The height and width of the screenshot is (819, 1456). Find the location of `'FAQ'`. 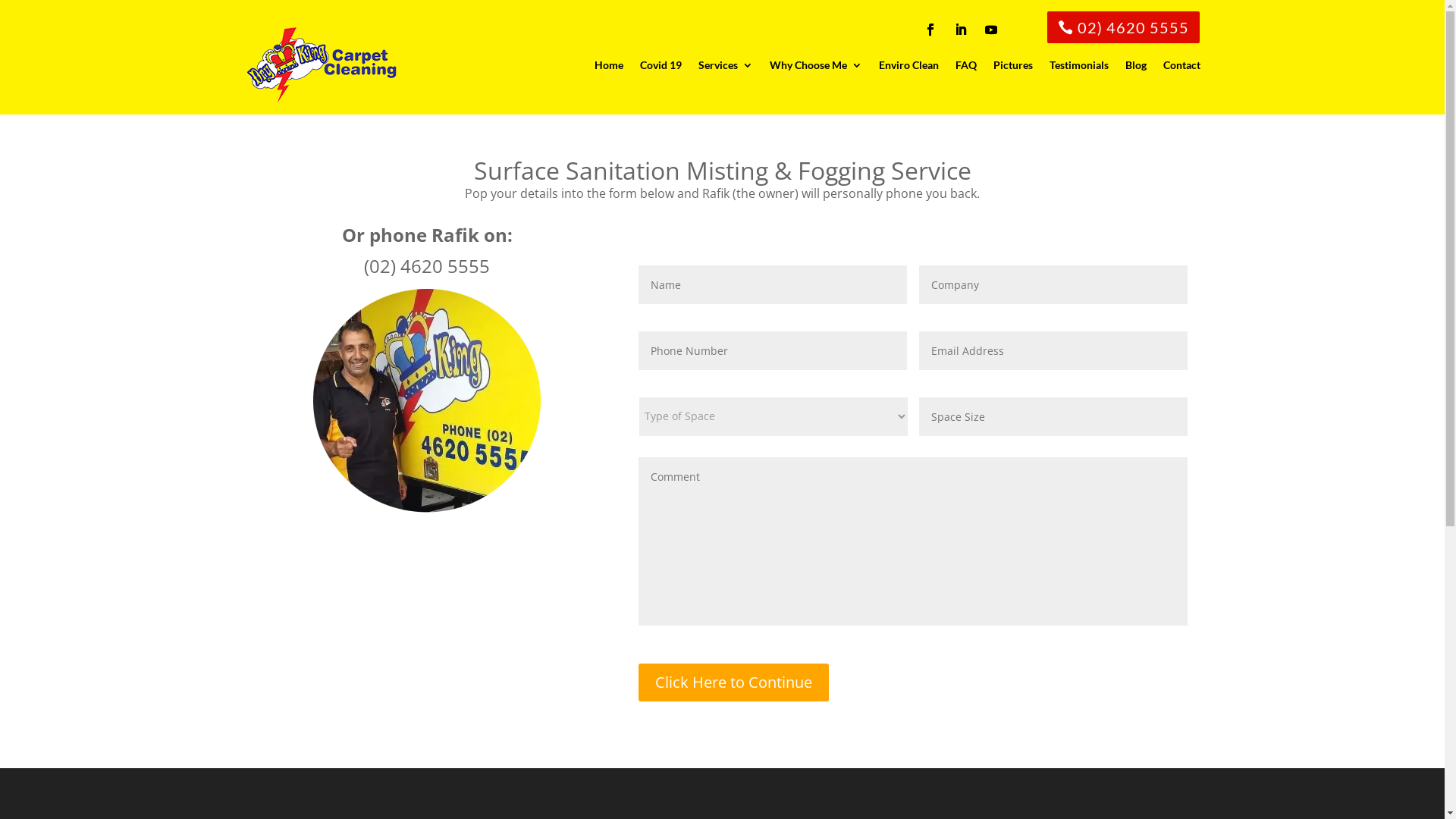

'FAQ' is located at coordinates (965, 64).